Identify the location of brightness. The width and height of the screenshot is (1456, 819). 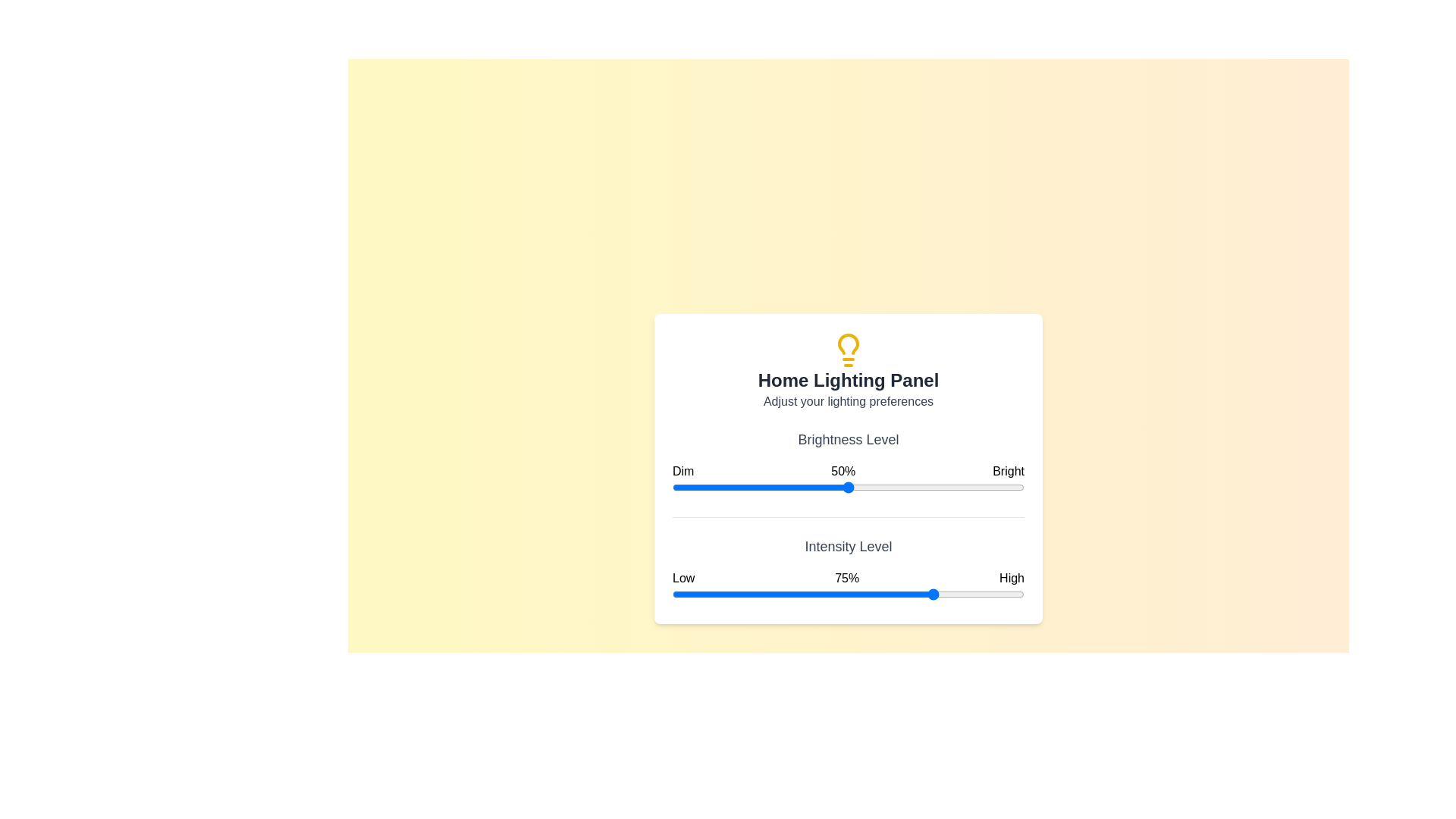
(999, 487).